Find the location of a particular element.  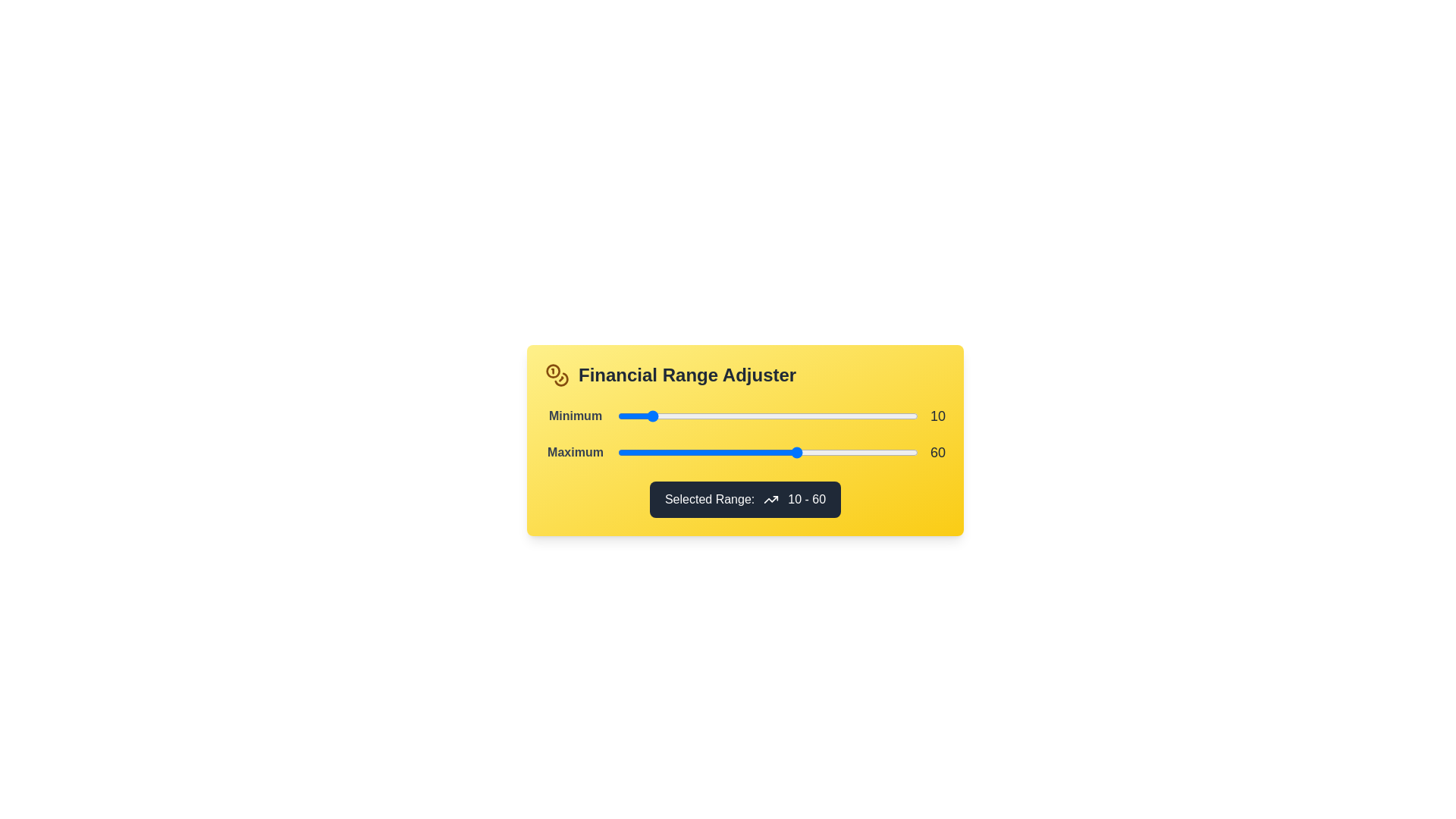

the center of the 'Financial Range Adjuster' title to focus is located at coordinates (686, 375).